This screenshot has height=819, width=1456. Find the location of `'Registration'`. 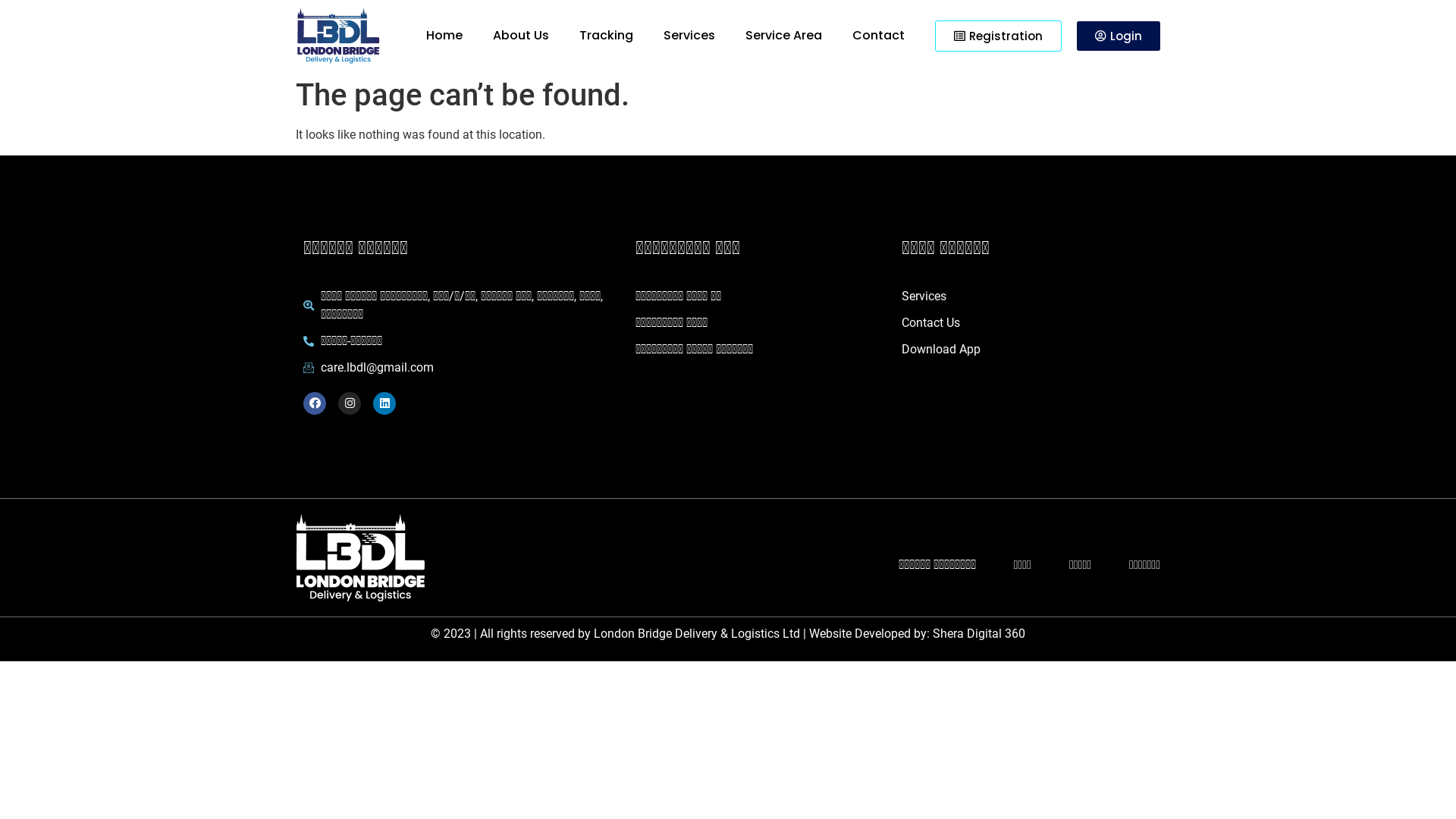

'Registration' is located at coordinates (998, 35).